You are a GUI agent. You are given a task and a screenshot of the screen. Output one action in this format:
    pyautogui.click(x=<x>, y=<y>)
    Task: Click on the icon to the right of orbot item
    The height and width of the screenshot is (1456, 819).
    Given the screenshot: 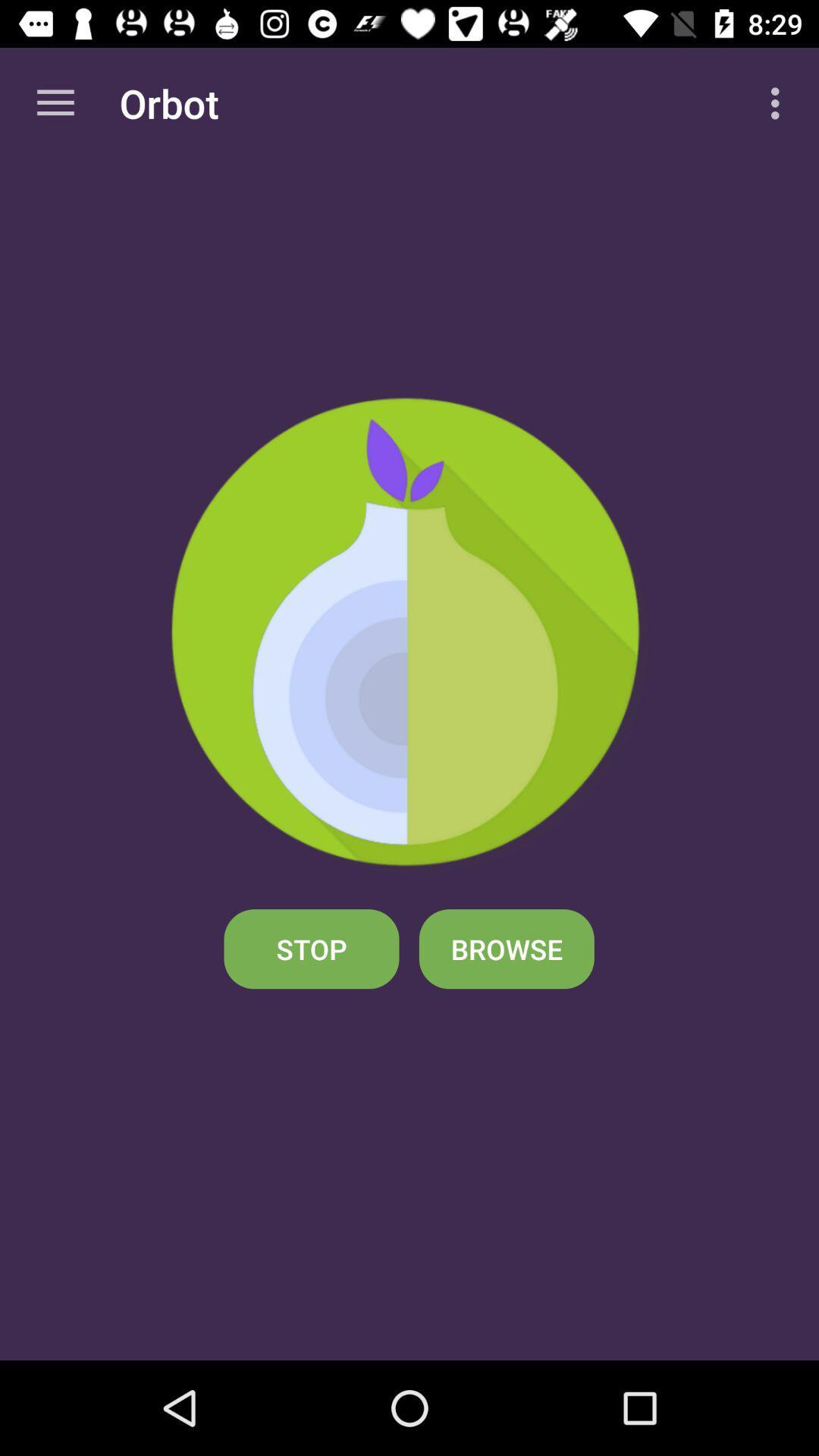 What is the action you would take?
    pyautogui.click(x=779, y=102)
    